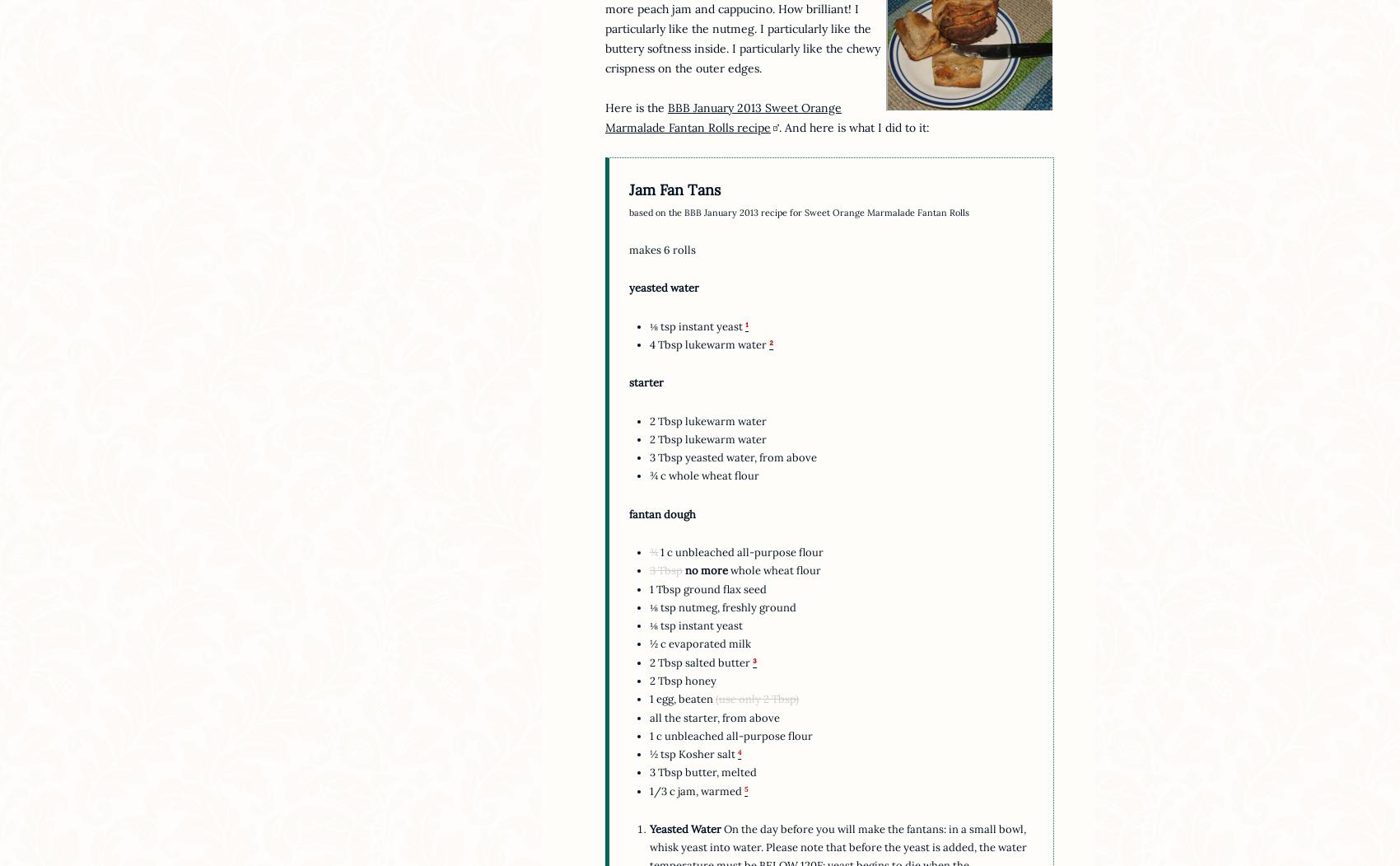  Describe the element at coordinates (696, 789) in the screenshot. I see `'1/3 c jam, warmed'` at that location.